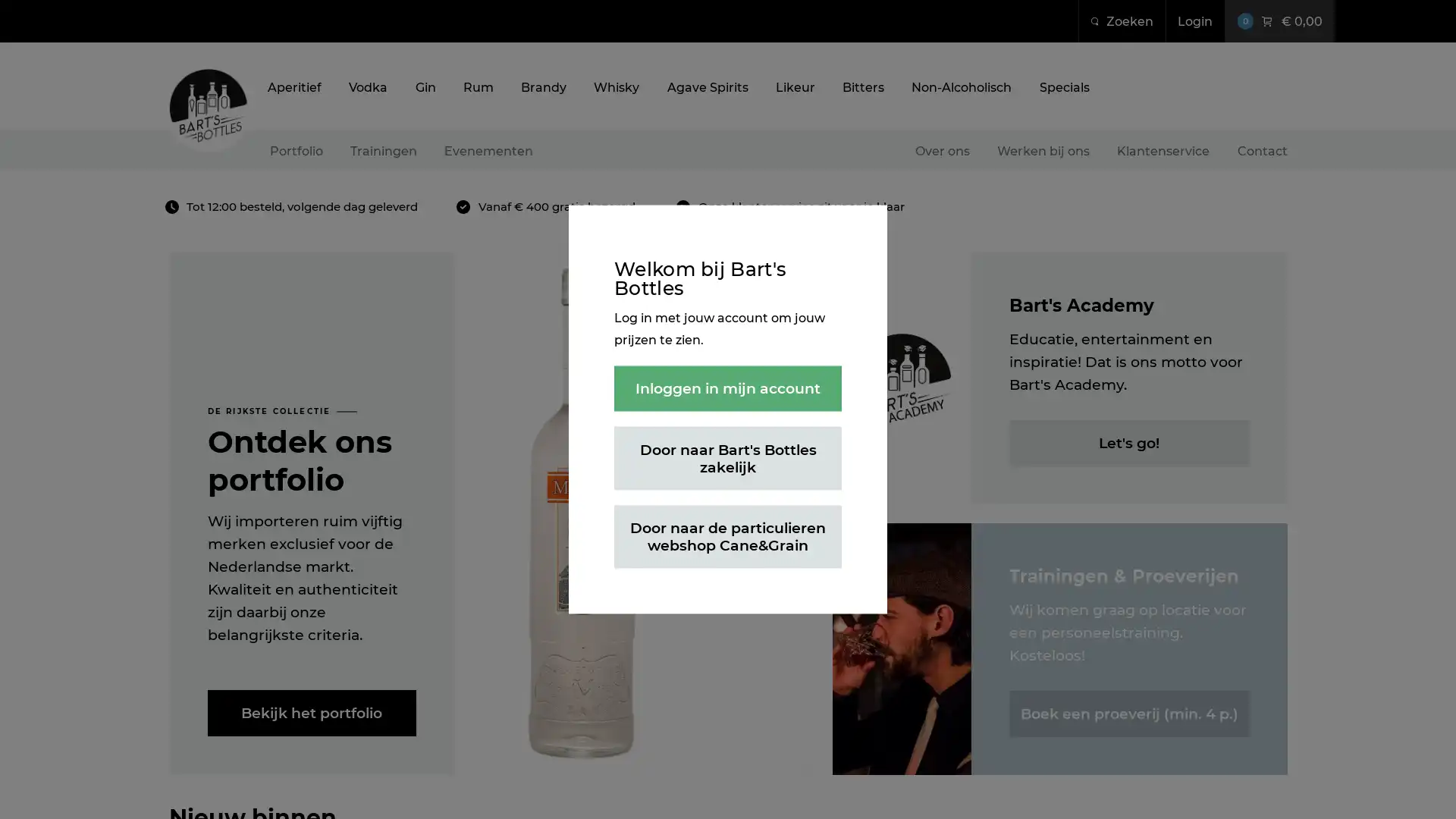 The image size is (1456, 819). Describe the element at coordinates (728, 388) in the screenshot. I see `Inloggen in mijn account` at that location.